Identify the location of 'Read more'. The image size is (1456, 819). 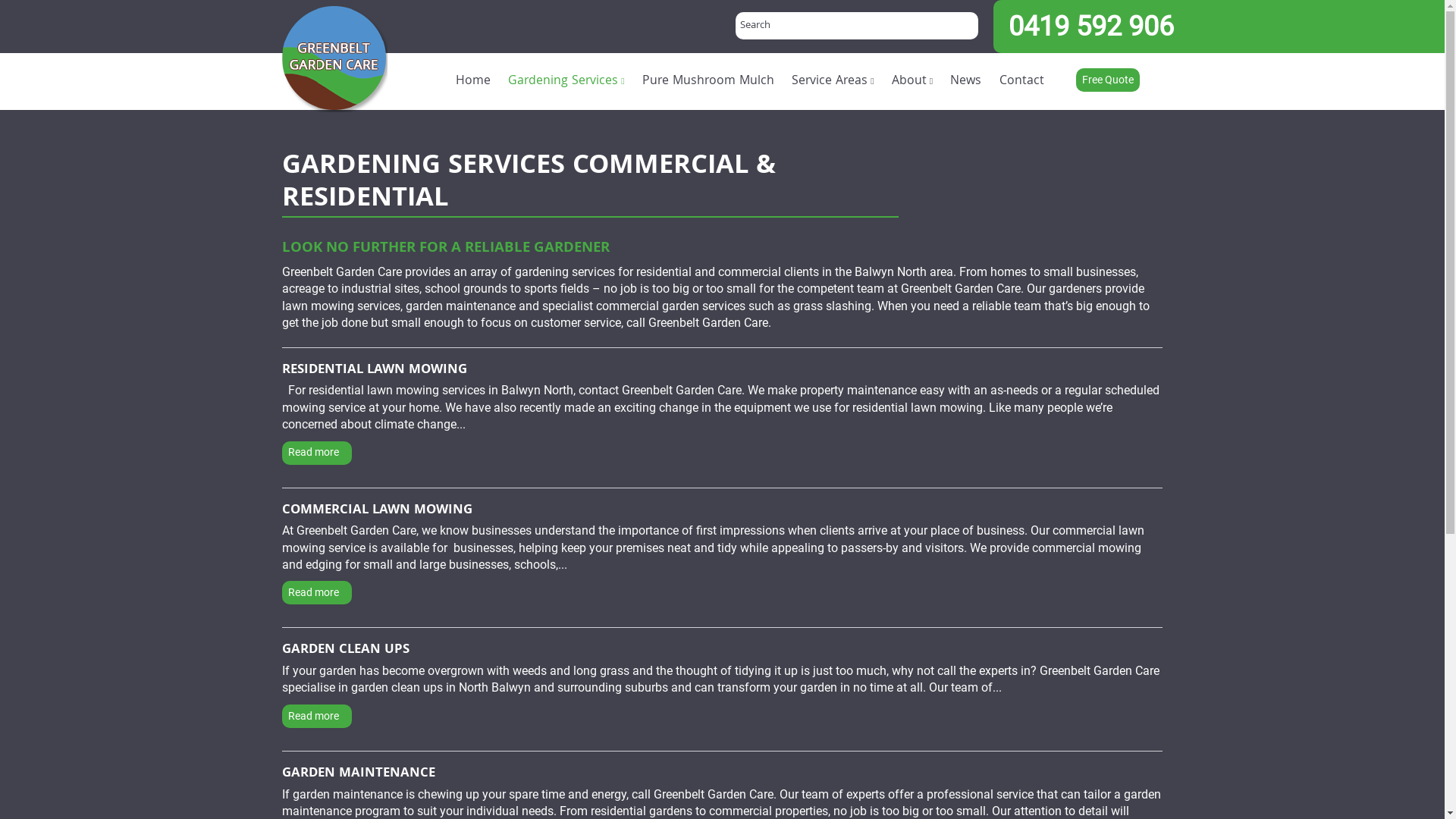
(315, 716).